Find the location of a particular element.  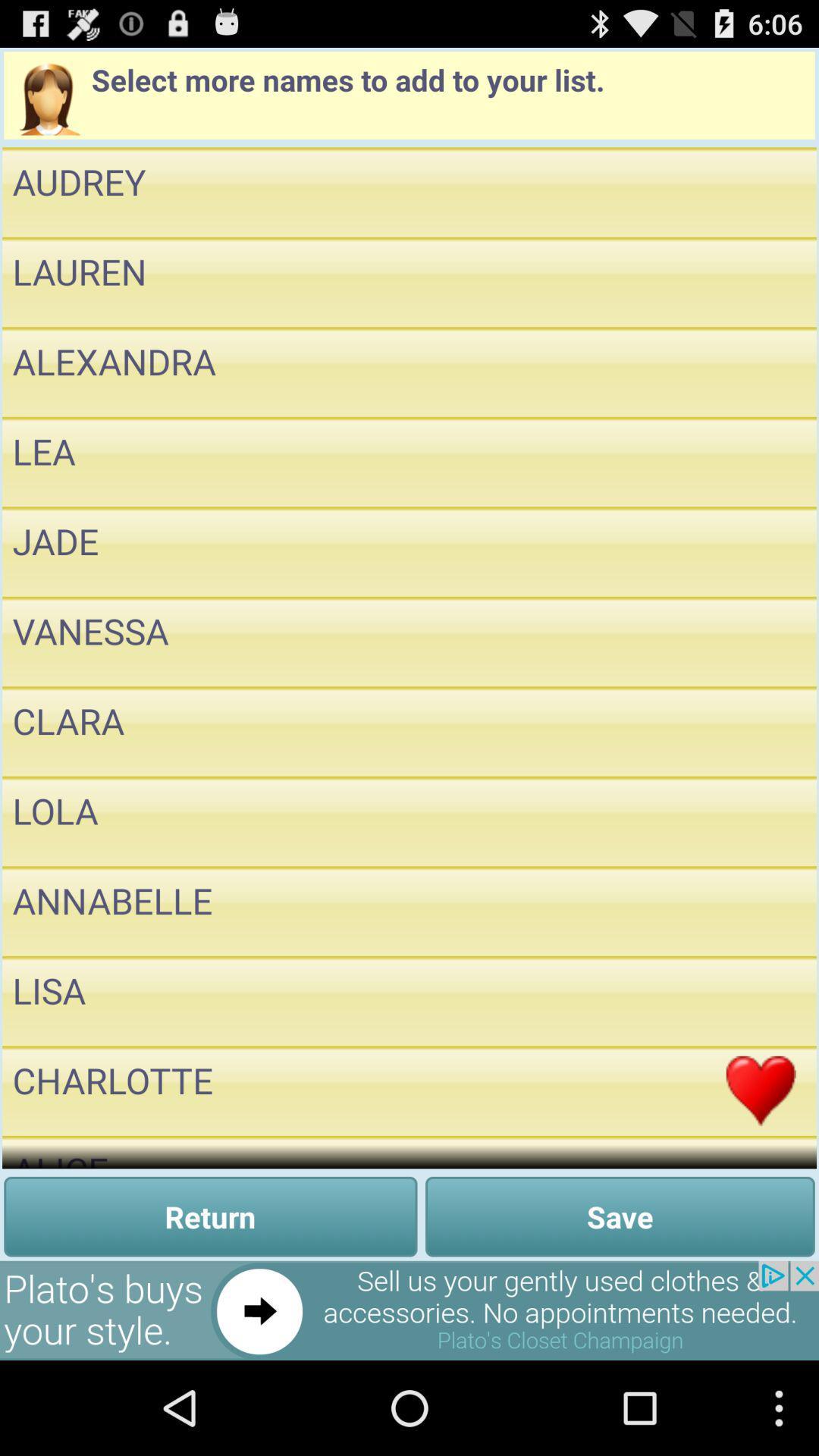

to add favorite is located at coordinates (761, 1090).